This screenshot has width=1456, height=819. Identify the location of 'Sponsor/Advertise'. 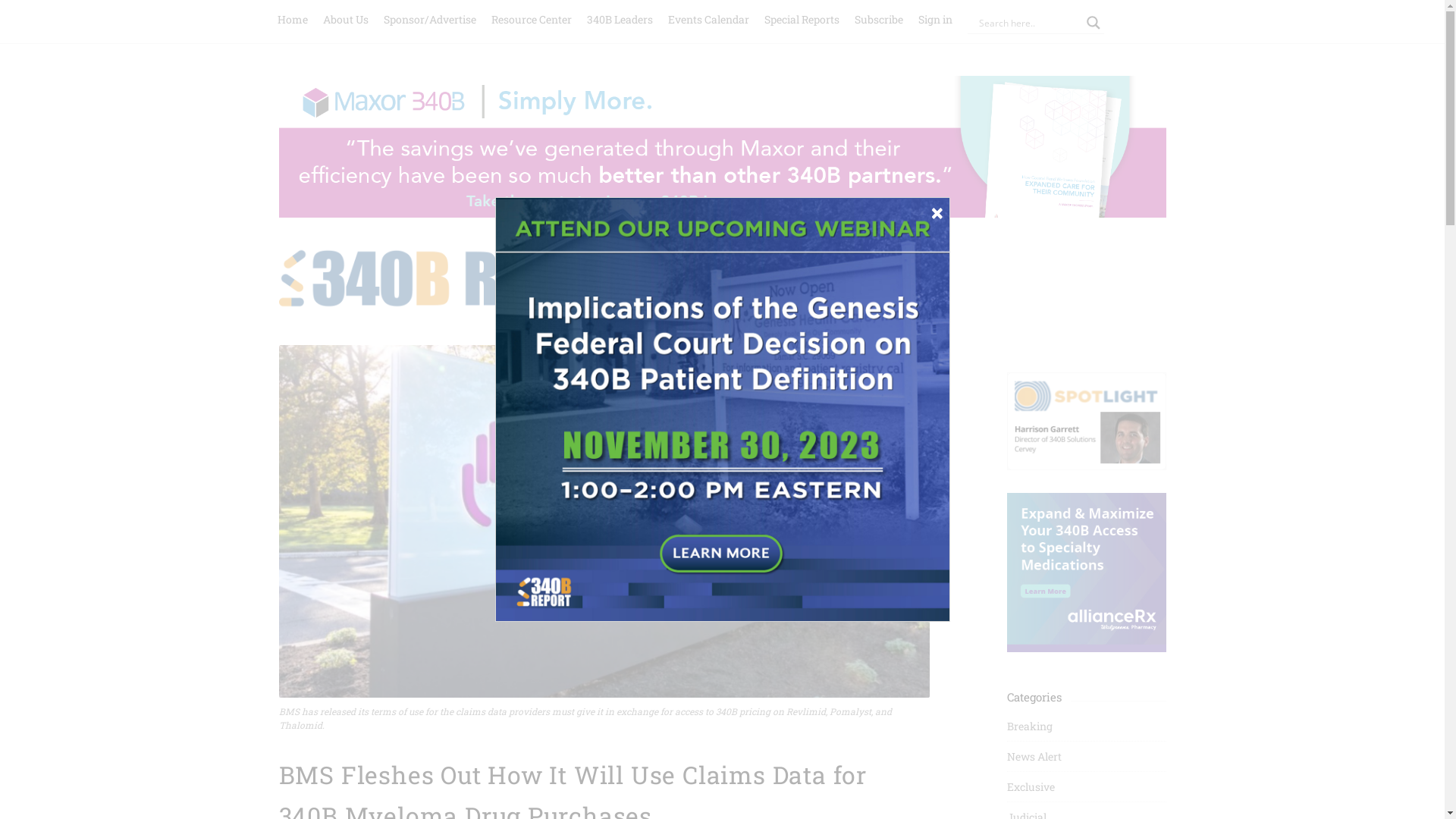
(428, 18).